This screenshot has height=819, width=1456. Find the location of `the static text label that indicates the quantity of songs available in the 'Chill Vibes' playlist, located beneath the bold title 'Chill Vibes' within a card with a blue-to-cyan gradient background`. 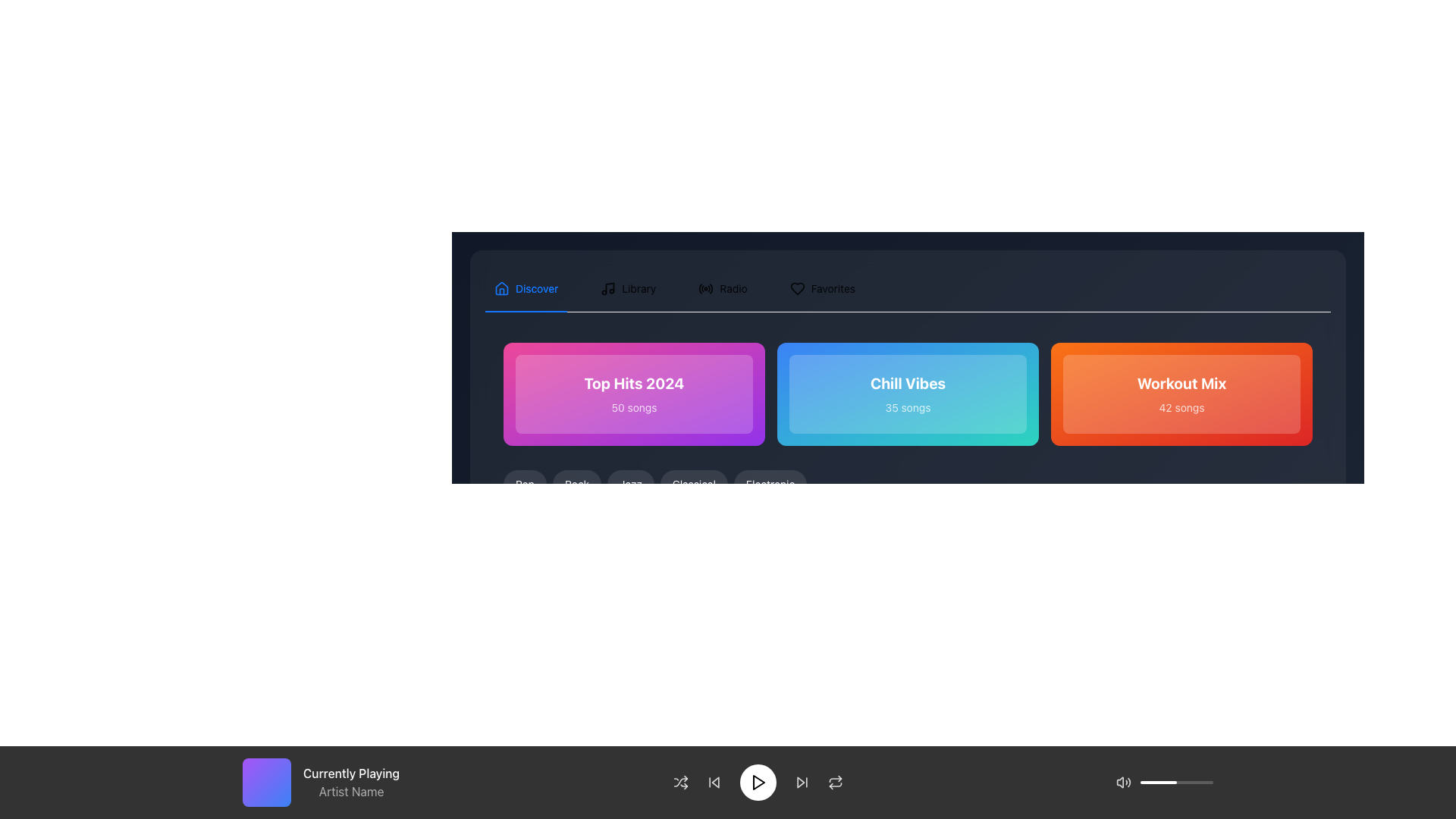

the static text label that indicates the quantity of songs available in the 'Chill Vibes' playlist, located beneath the bold title 'Chill Vibes' within a card with a blue-to-cyan gradient background is located at coordinates (908, 406).